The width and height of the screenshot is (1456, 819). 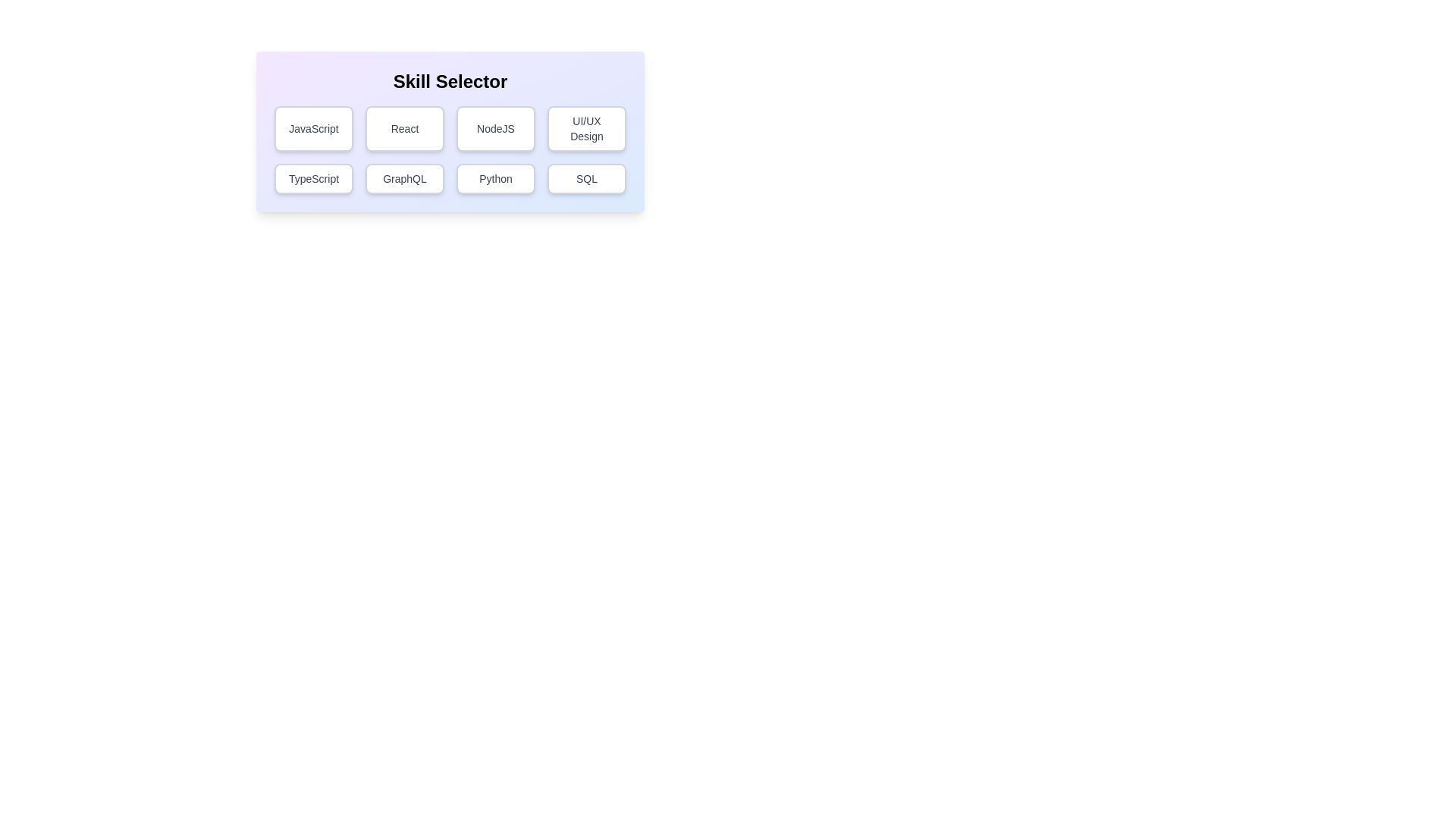 What do you see at coordinates (404, 127) in the screenshot?
I see `the button corresponding to the skill React to toggle its selection` at bounding box center [404, 127].